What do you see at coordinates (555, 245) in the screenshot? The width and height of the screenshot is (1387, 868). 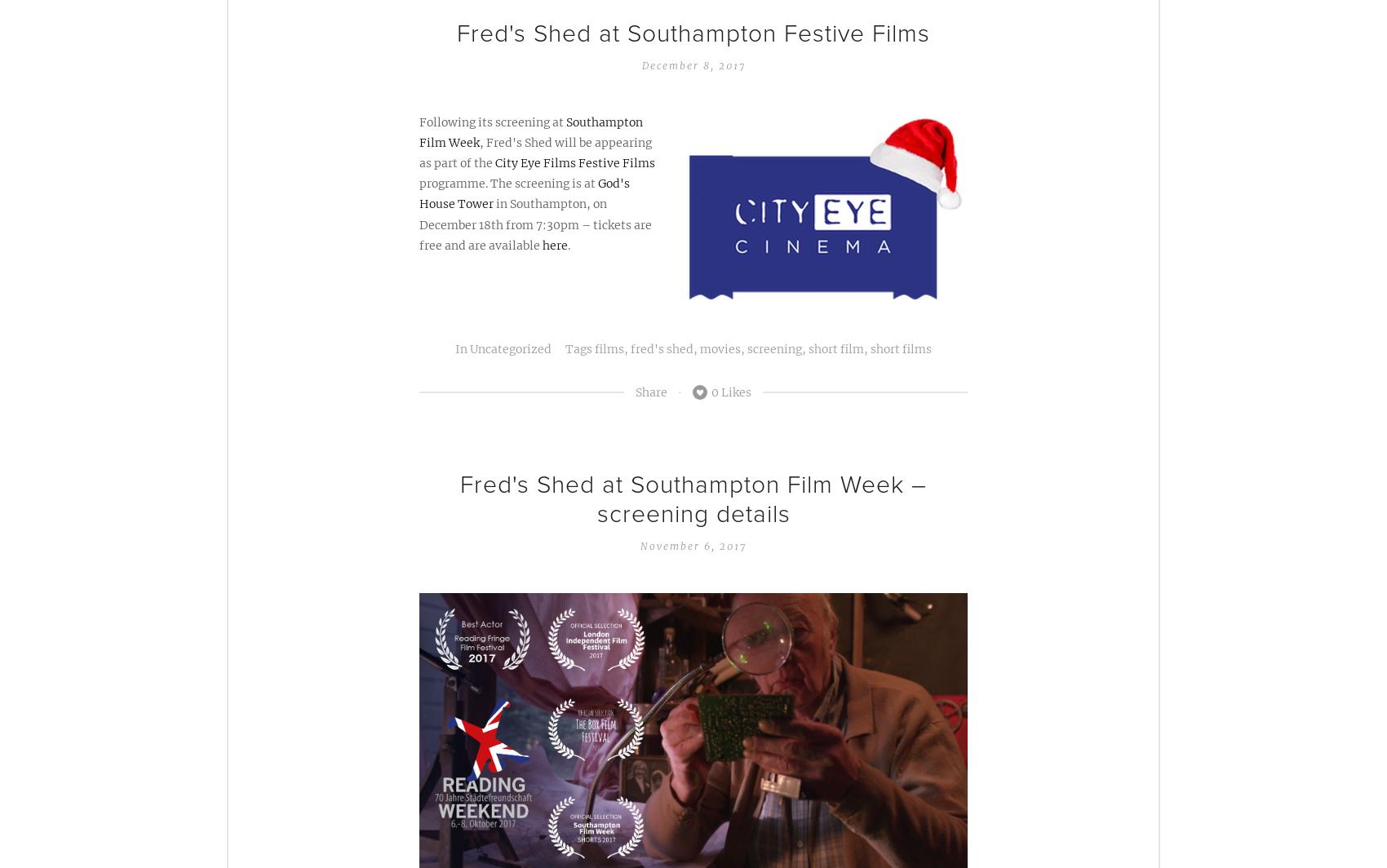 I see `'here'` at bounding box center [555, 245].